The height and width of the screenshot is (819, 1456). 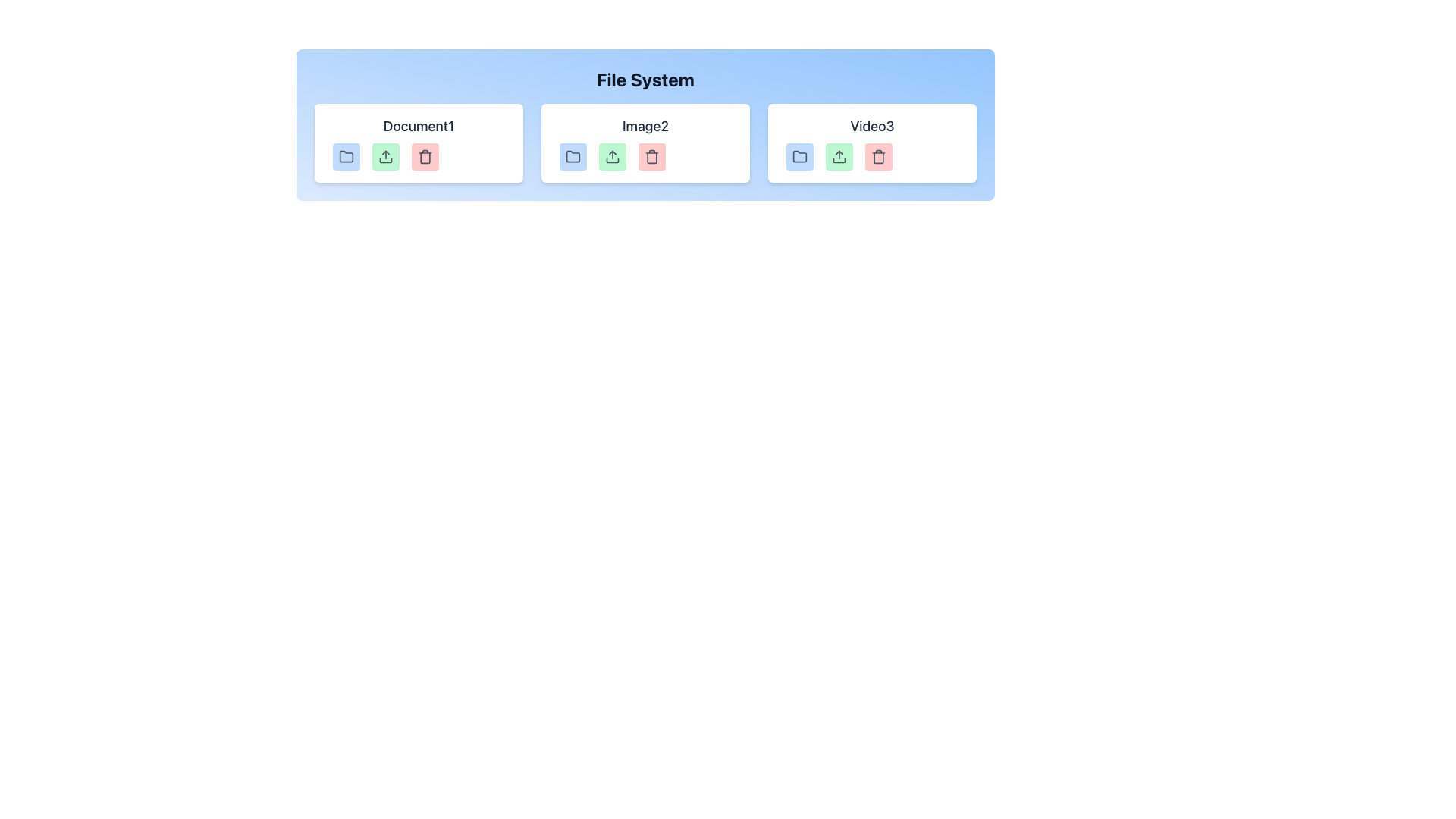 I want to click on the upload icon on the 'Image2' card in the file system interface, which is positioned centrally between 'Document1' and 'Video3' below the heading 'File System', so click(x=645, y=143).